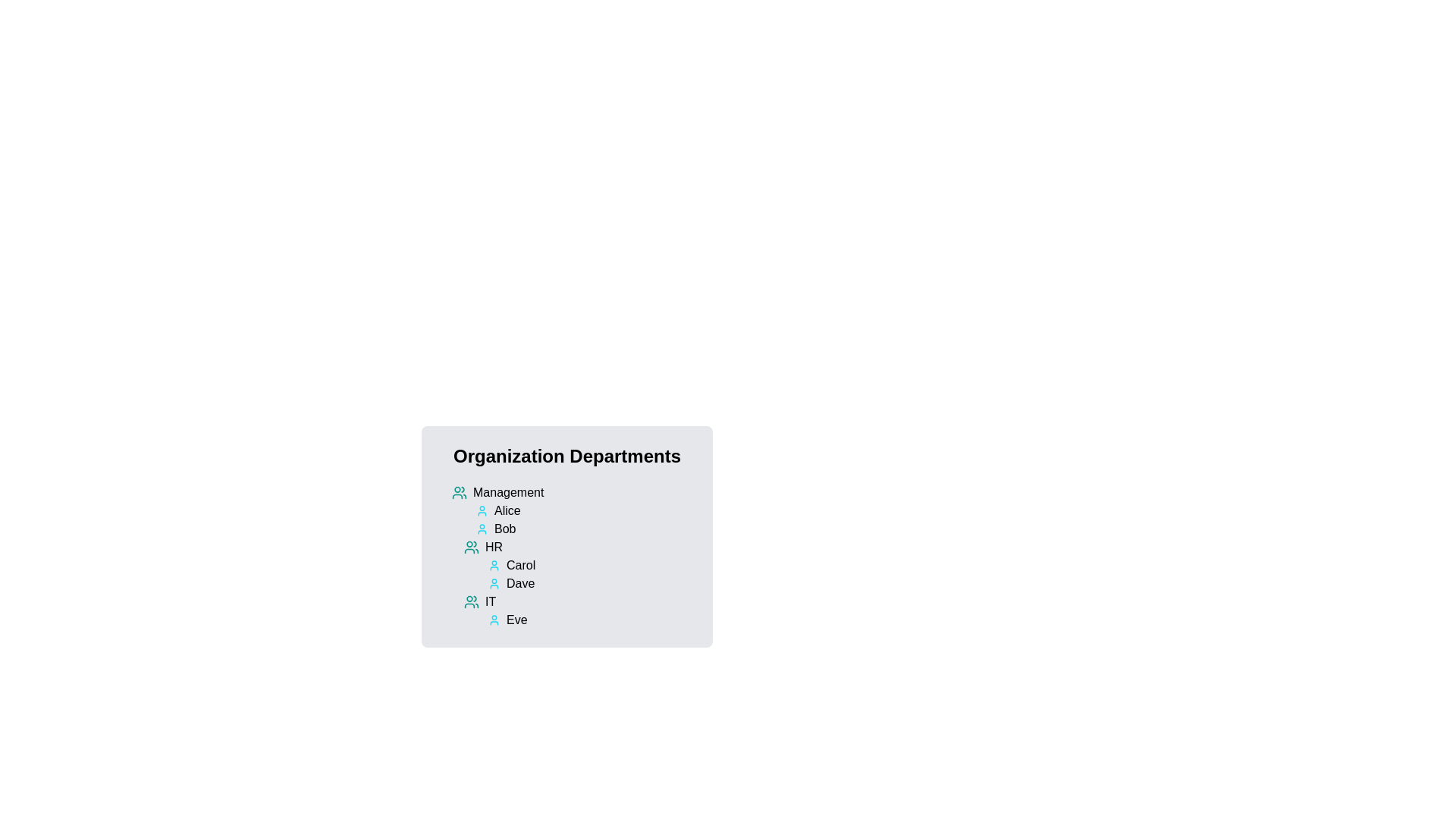  Describe the element at coordinates (458, 493) in the screenshot. I see `the 'Management' group icon located to the left of the text 'Management' in the department list` at that location.